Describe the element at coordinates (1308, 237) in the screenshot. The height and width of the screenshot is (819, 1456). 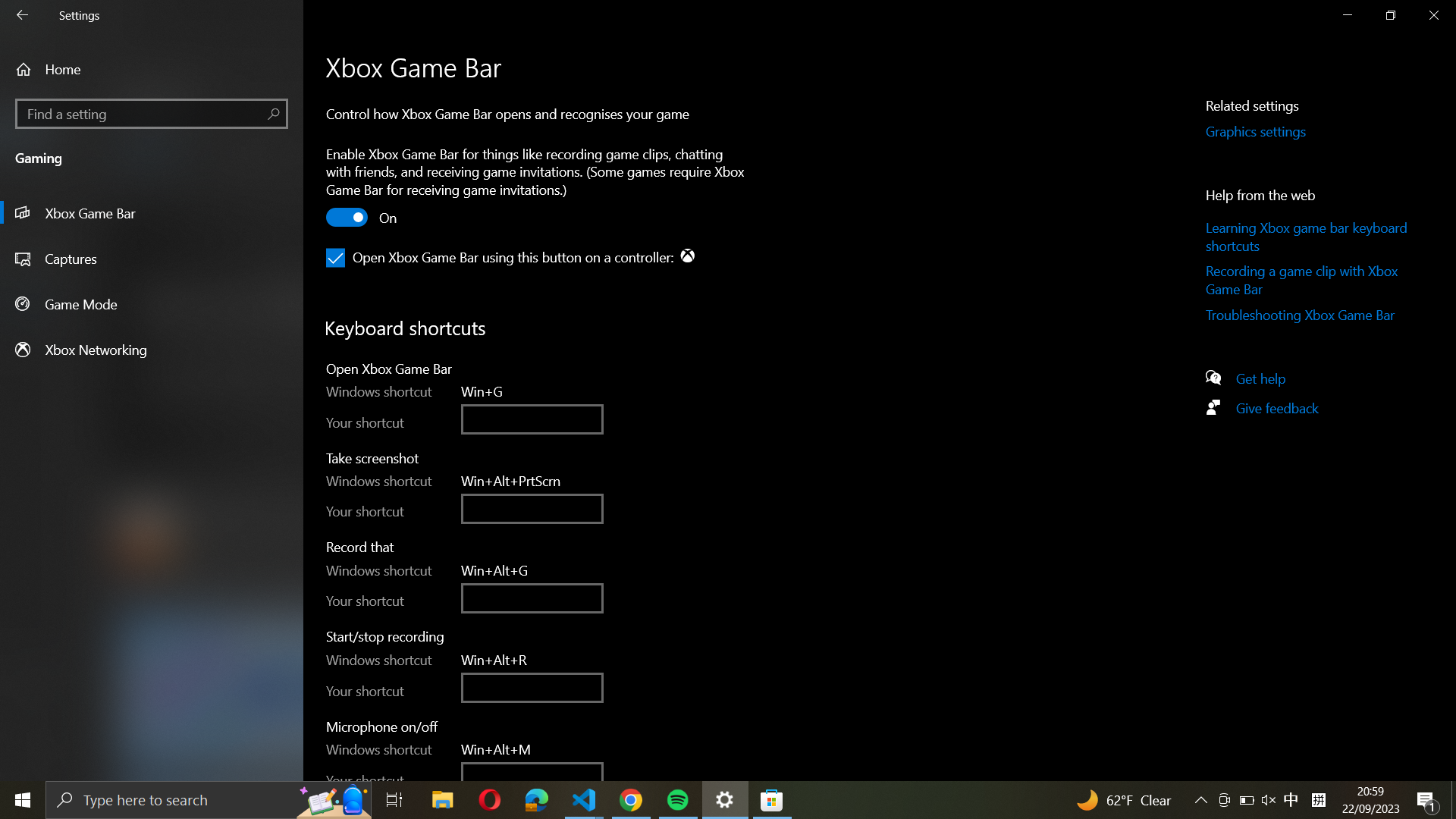
I see `the Xbox Game Bar Keyboard Shortcuts learning page` at that location.